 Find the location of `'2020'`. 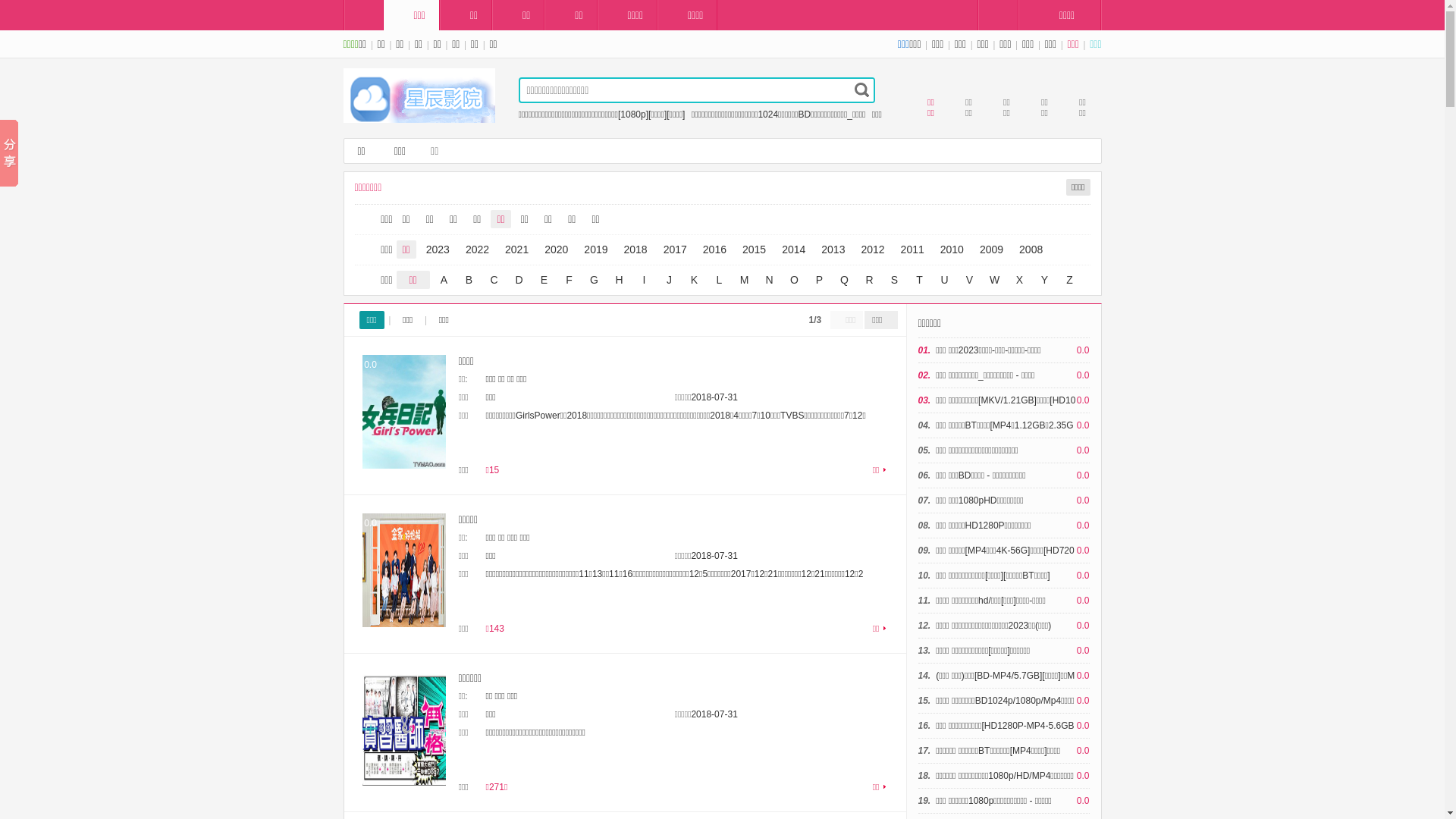

'2020' is located at coordinates (555, 248).